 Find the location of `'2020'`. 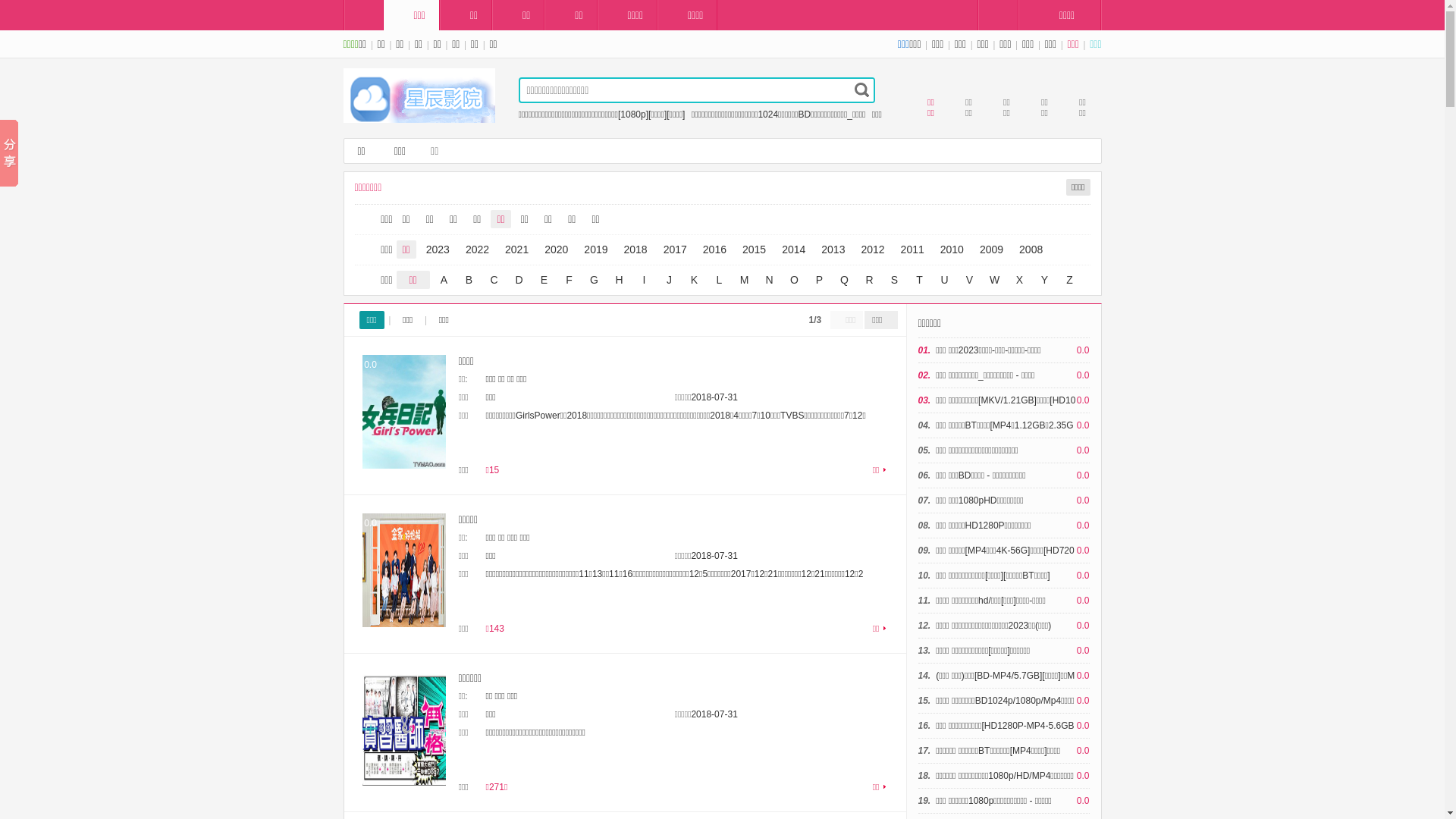

'2020' is located at coordinates (555, 248).